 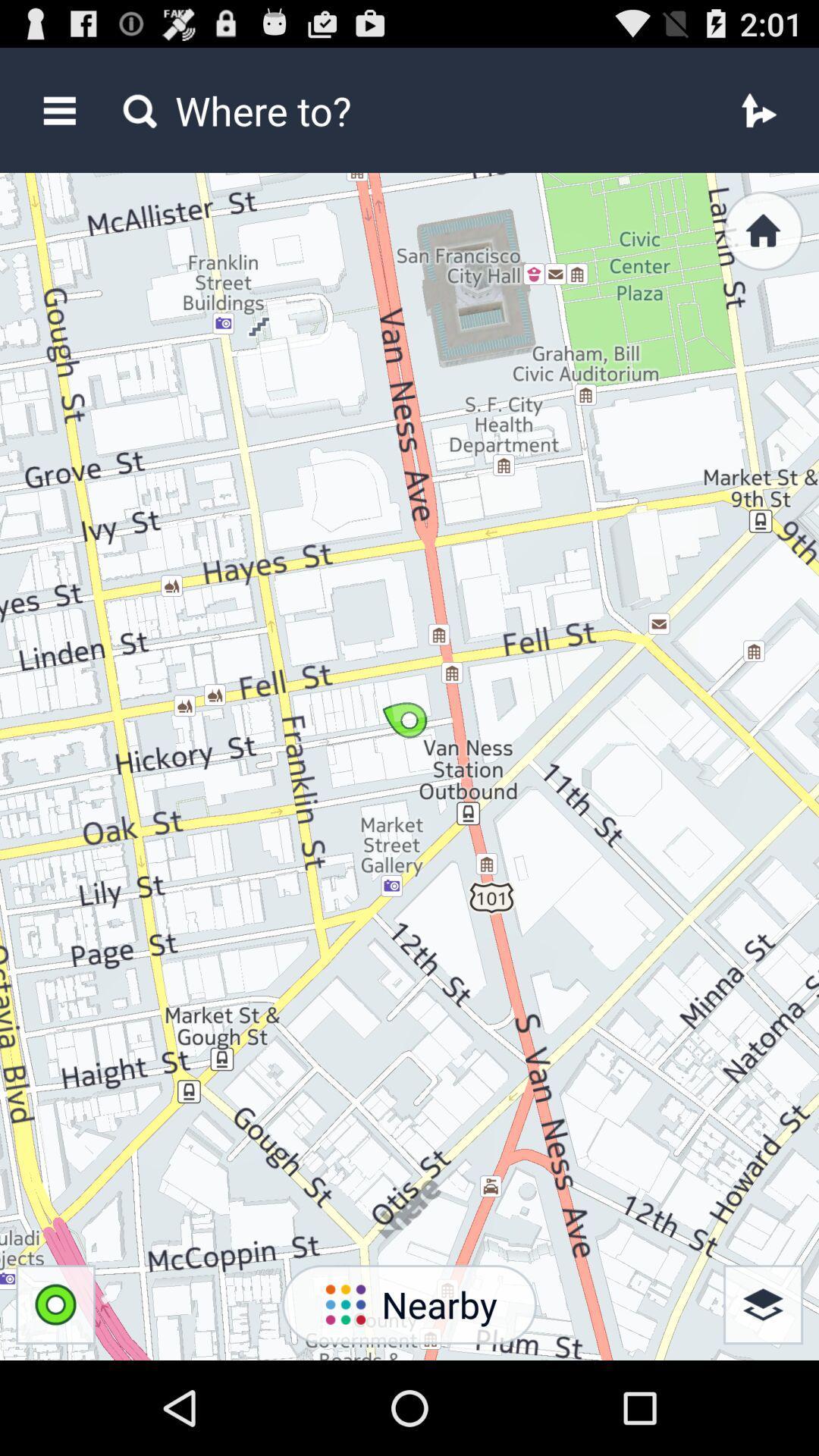 What do you see at coordinates (763, 1395) in the screenshot?
I see `the layers icon` at bounding box center [763, 1395].